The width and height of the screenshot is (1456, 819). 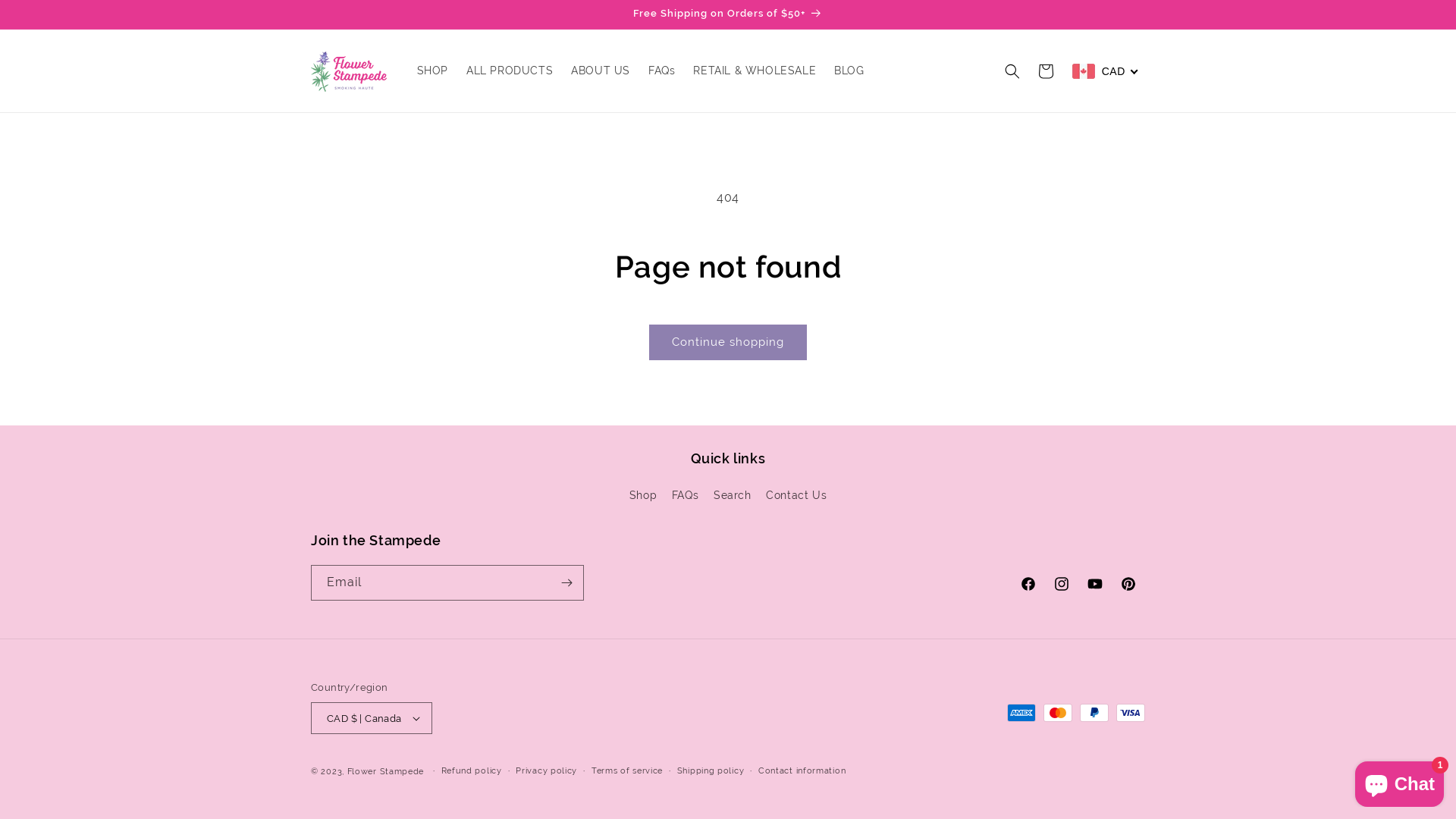 What do you see at coordinates (510, 70) in the screenshot?
I see `'ALL PRODUCTS'` at bounding box center [510, 70].